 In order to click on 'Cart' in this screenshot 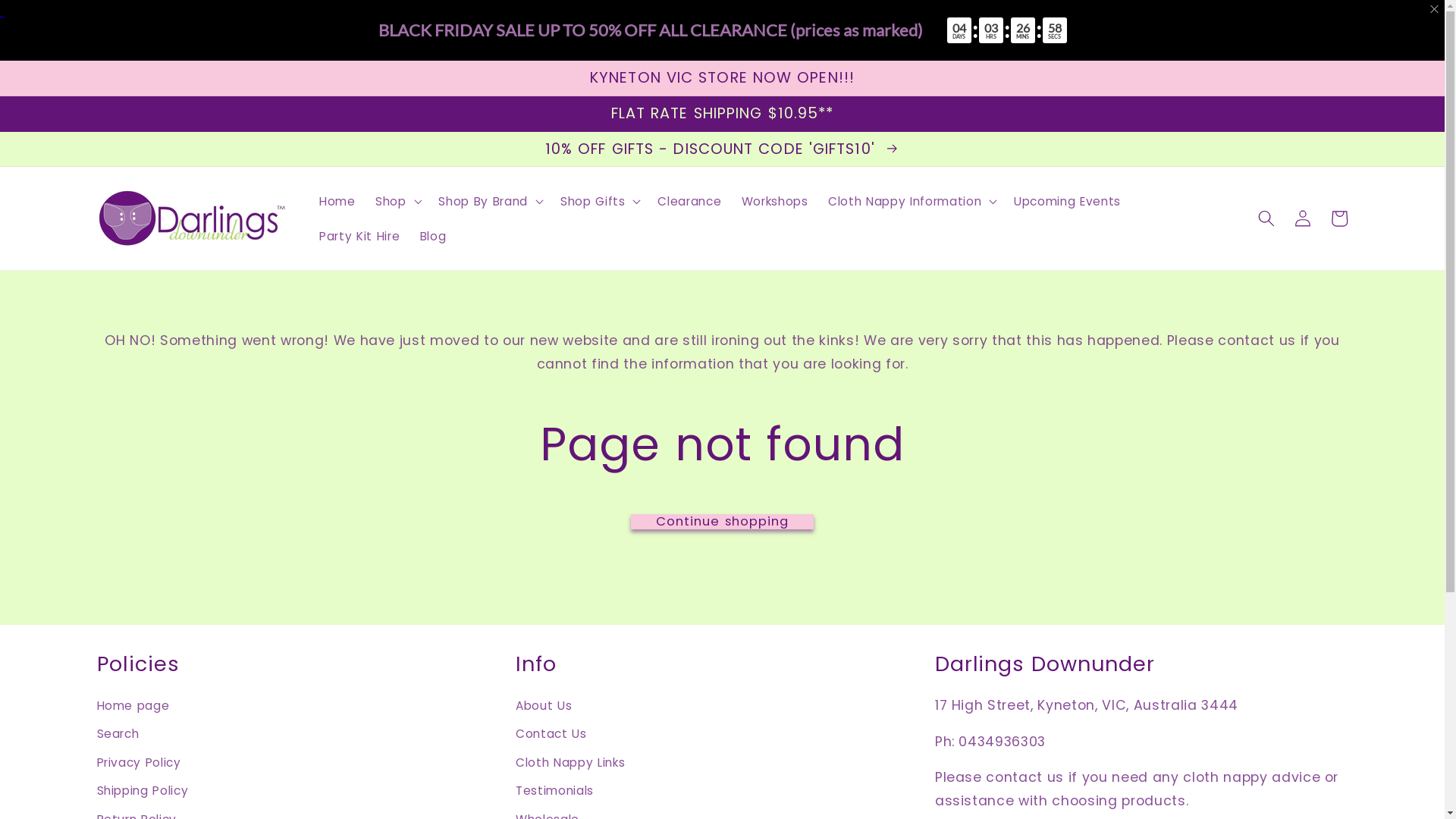, I will do `click(1339, 218)`.